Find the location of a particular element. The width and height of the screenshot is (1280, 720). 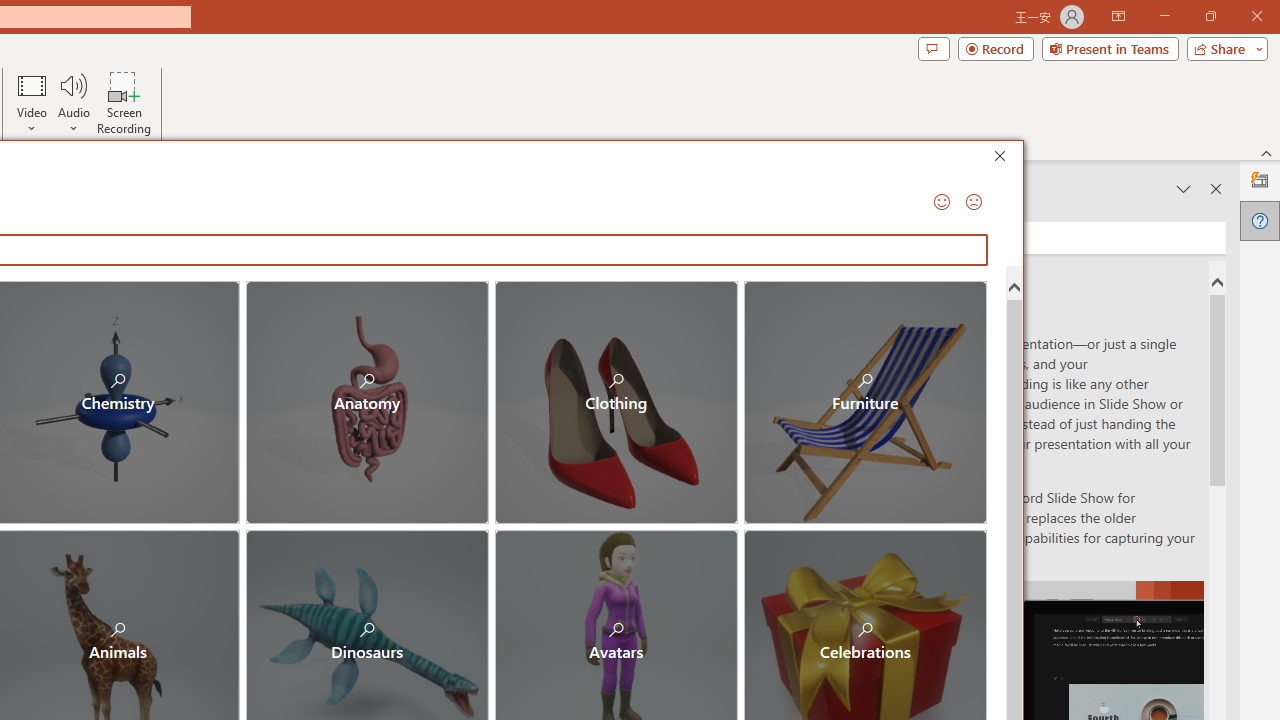

'Send a Smile' is located at coordinates (939, 201).